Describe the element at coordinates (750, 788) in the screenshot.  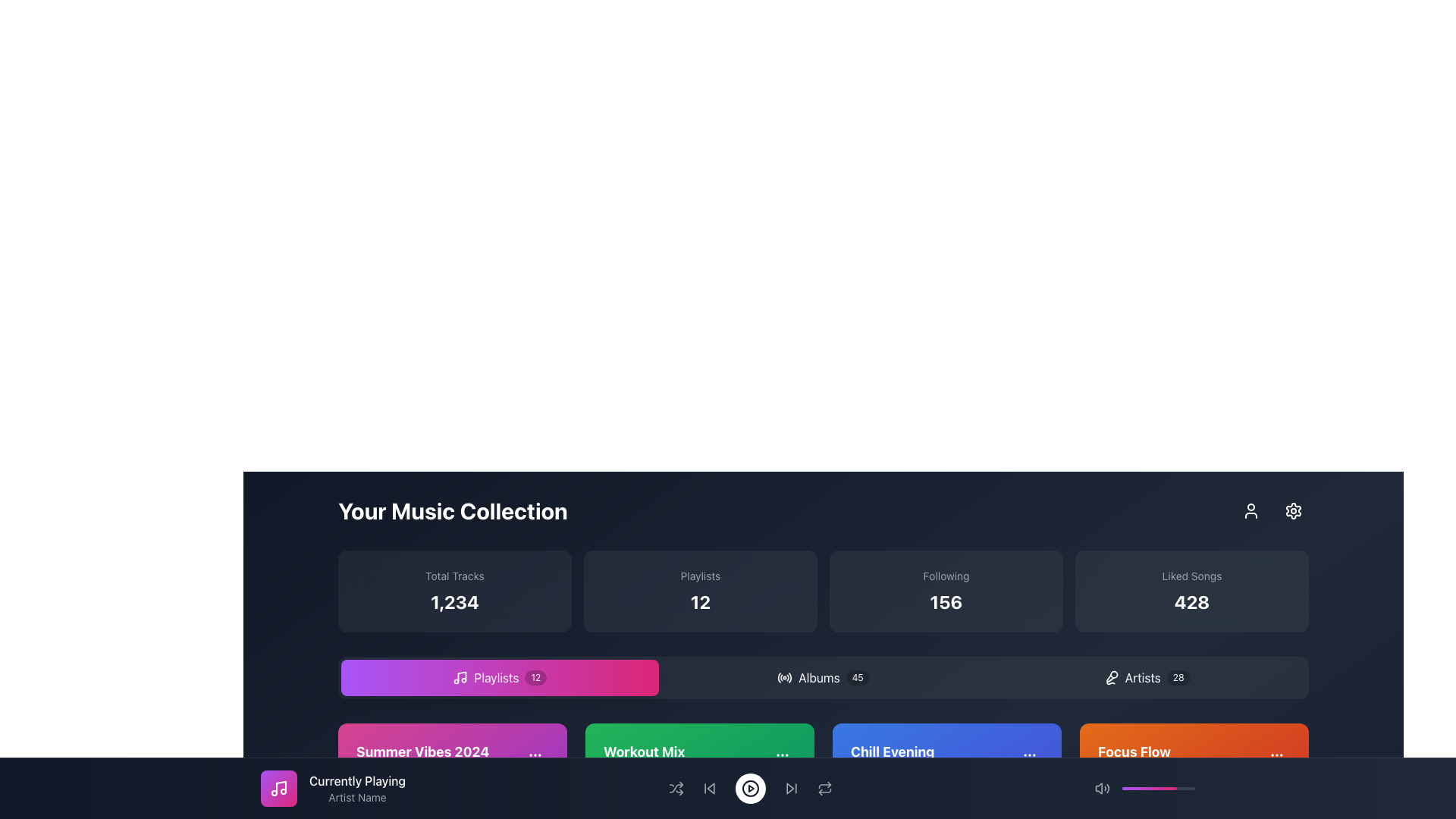
I see `the play/pause button in the bottom control bar to interact` at that location.